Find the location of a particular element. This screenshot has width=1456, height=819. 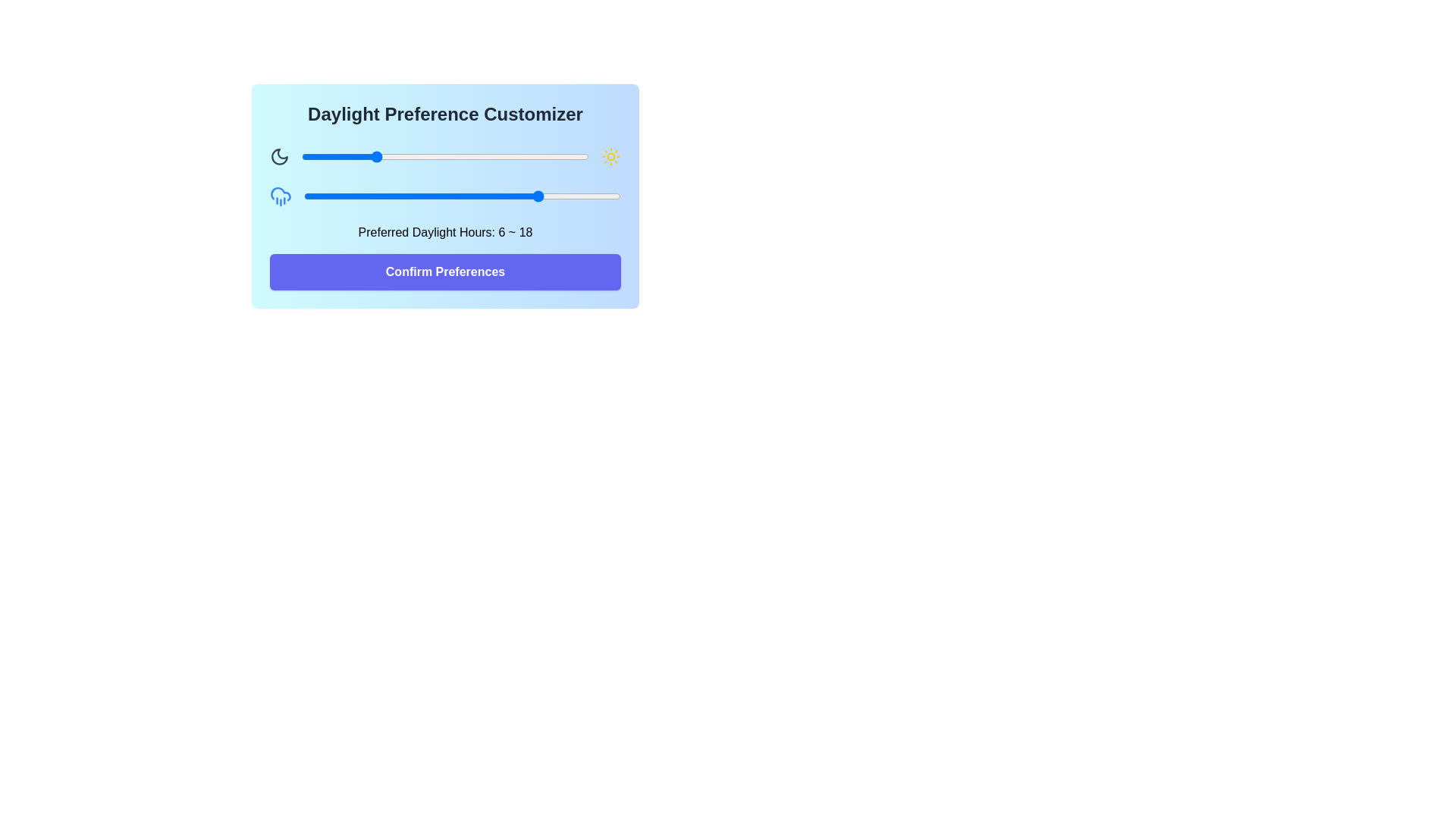

the preferred daylight hours is located at coordinates (422, 195).